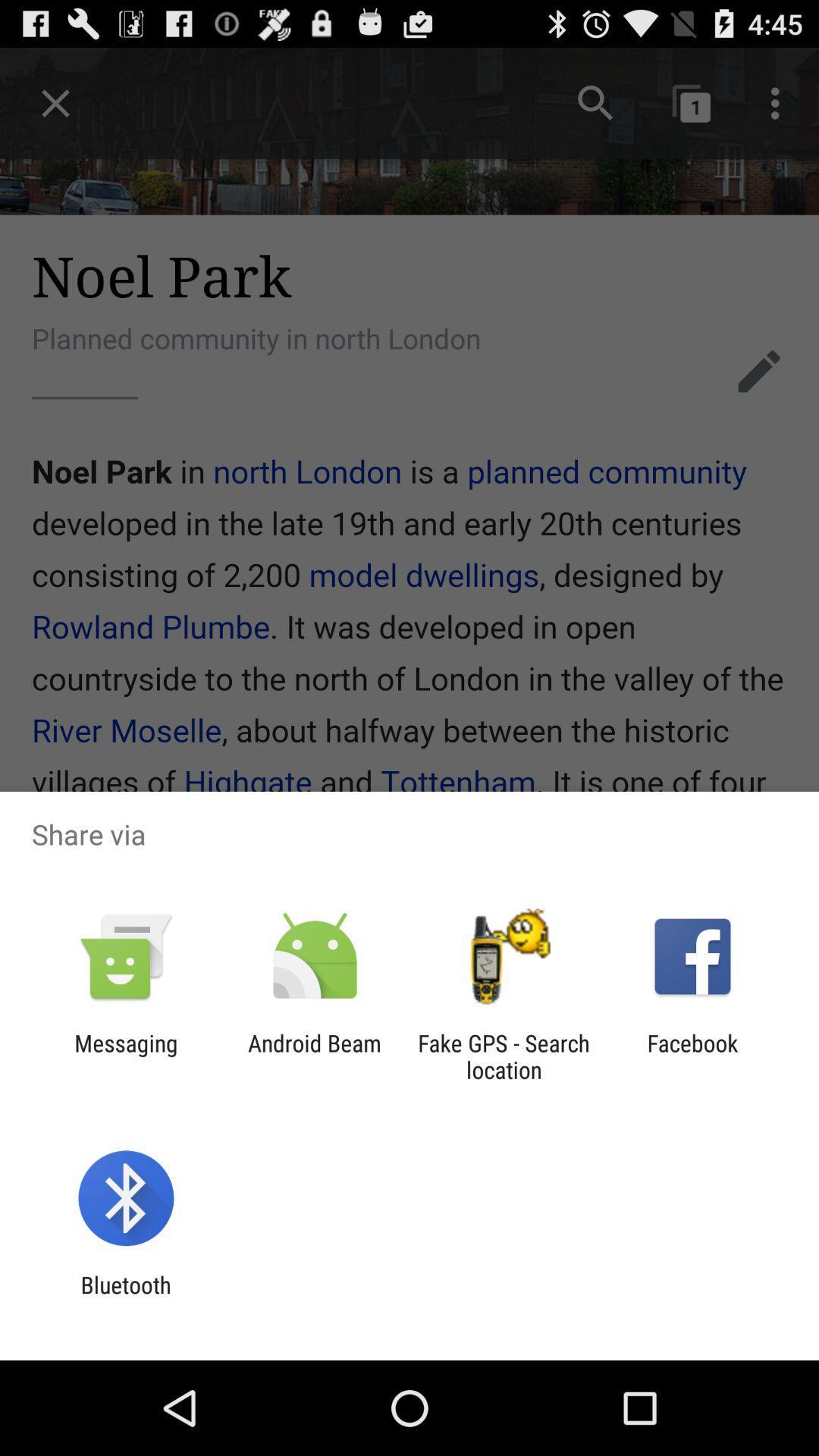 This screenshot has height=1456, width=819. Describe the element at coordinates (692, 1056) in the screenshot. I see `the app next to the fake gps search` at that location.